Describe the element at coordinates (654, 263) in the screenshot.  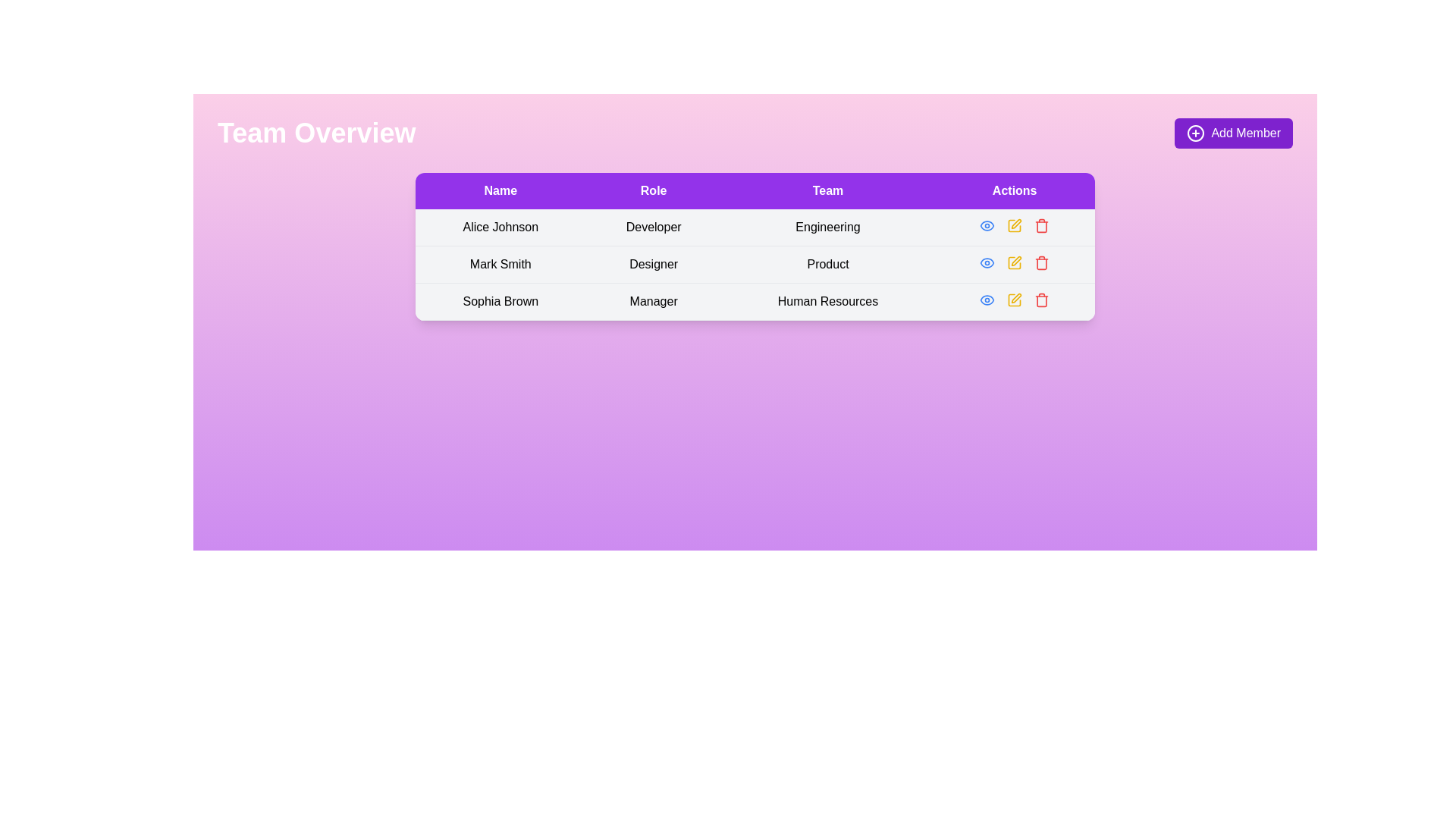
I see `the 'Designer' text label, which is the second entry under the 'Role' column in the table adjacent to 'Mark Smith' in the 'Name' column` at that location.